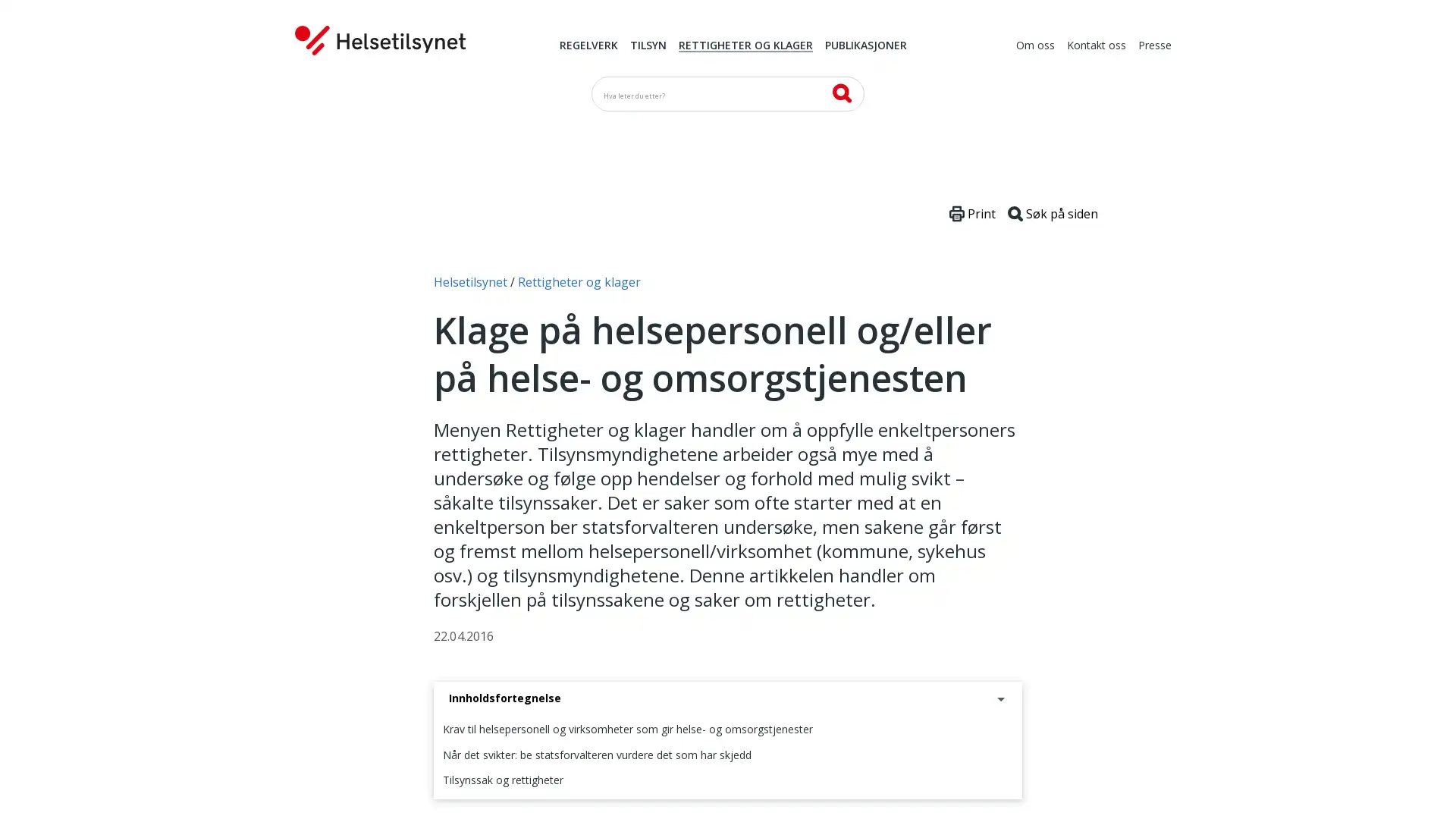 The height and width of the screenshot is (819, 1456). I want to click on Innholdsfortegnelse, so click(728, 698).